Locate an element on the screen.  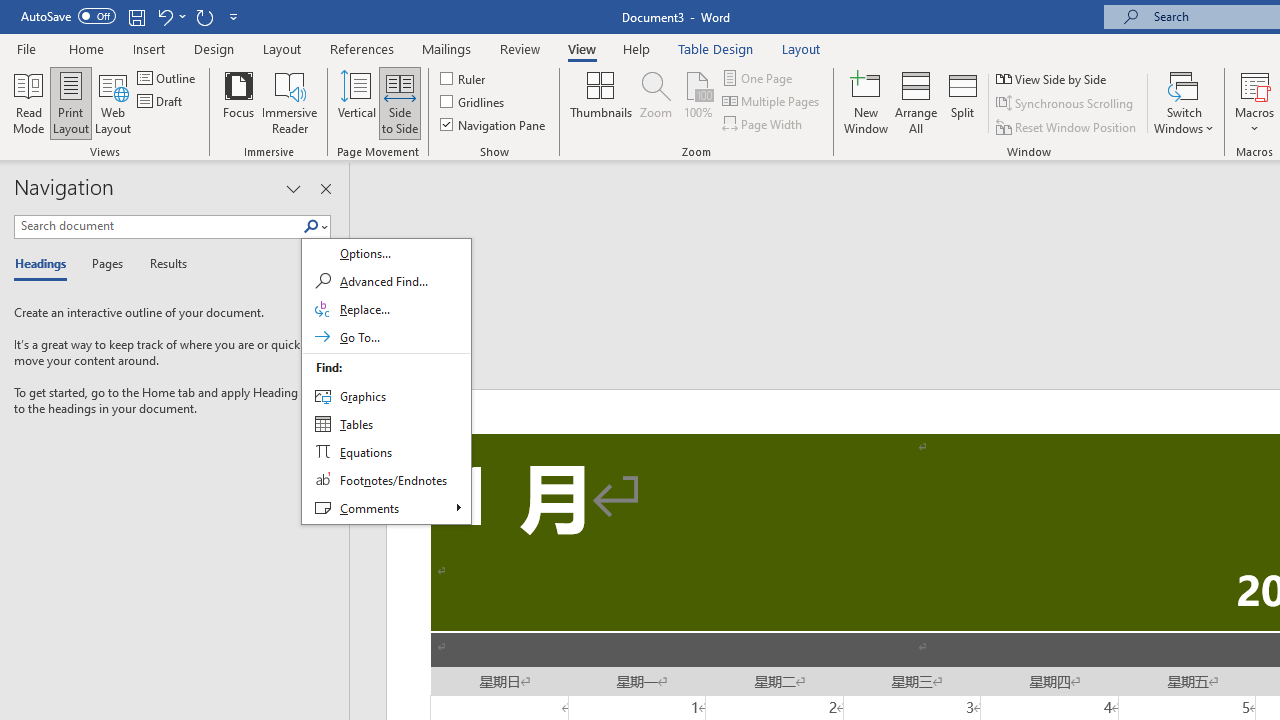
'Review' is located at coordinates (520, 48).